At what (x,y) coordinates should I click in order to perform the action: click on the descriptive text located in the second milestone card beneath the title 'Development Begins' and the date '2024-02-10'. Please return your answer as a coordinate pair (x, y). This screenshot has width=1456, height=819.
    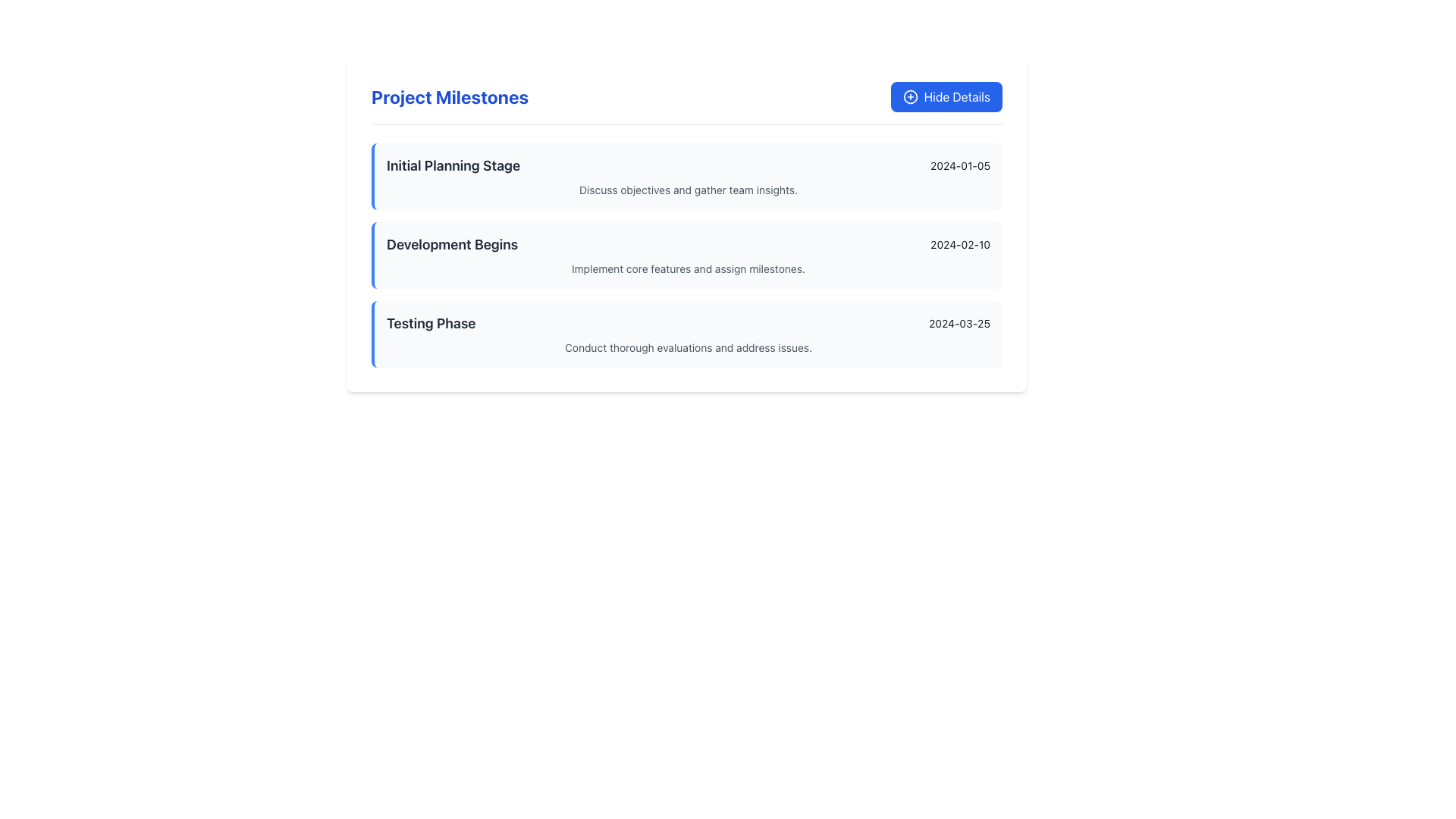
    Looking at the image, I should click on (687, 268).